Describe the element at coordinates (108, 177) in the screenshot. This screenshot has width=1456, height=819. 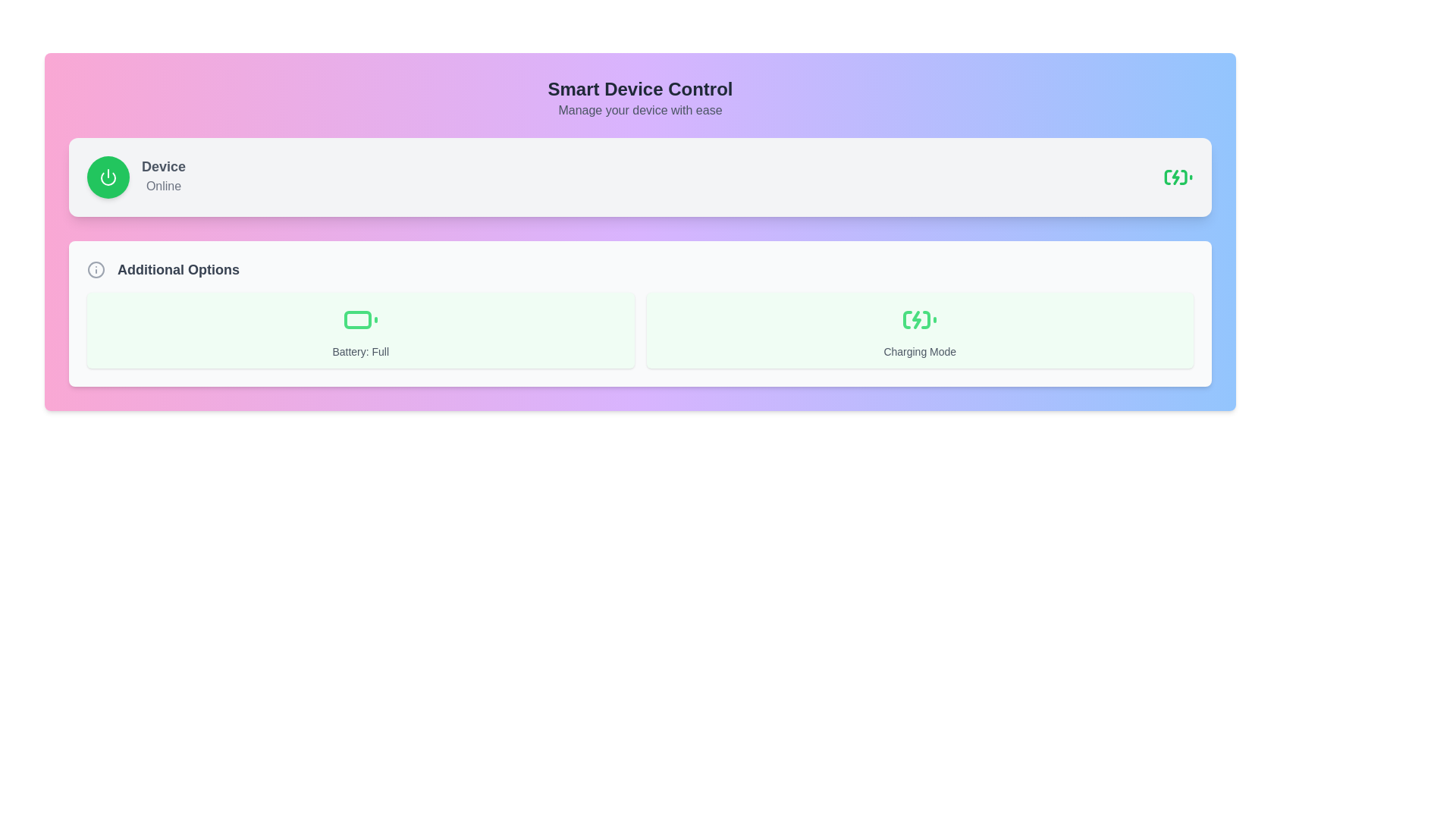
I see `the power button icon located to the left of the 'Device' and 'Online' text in the first section labeled 'Device' to gather visual information about its status` at that location.